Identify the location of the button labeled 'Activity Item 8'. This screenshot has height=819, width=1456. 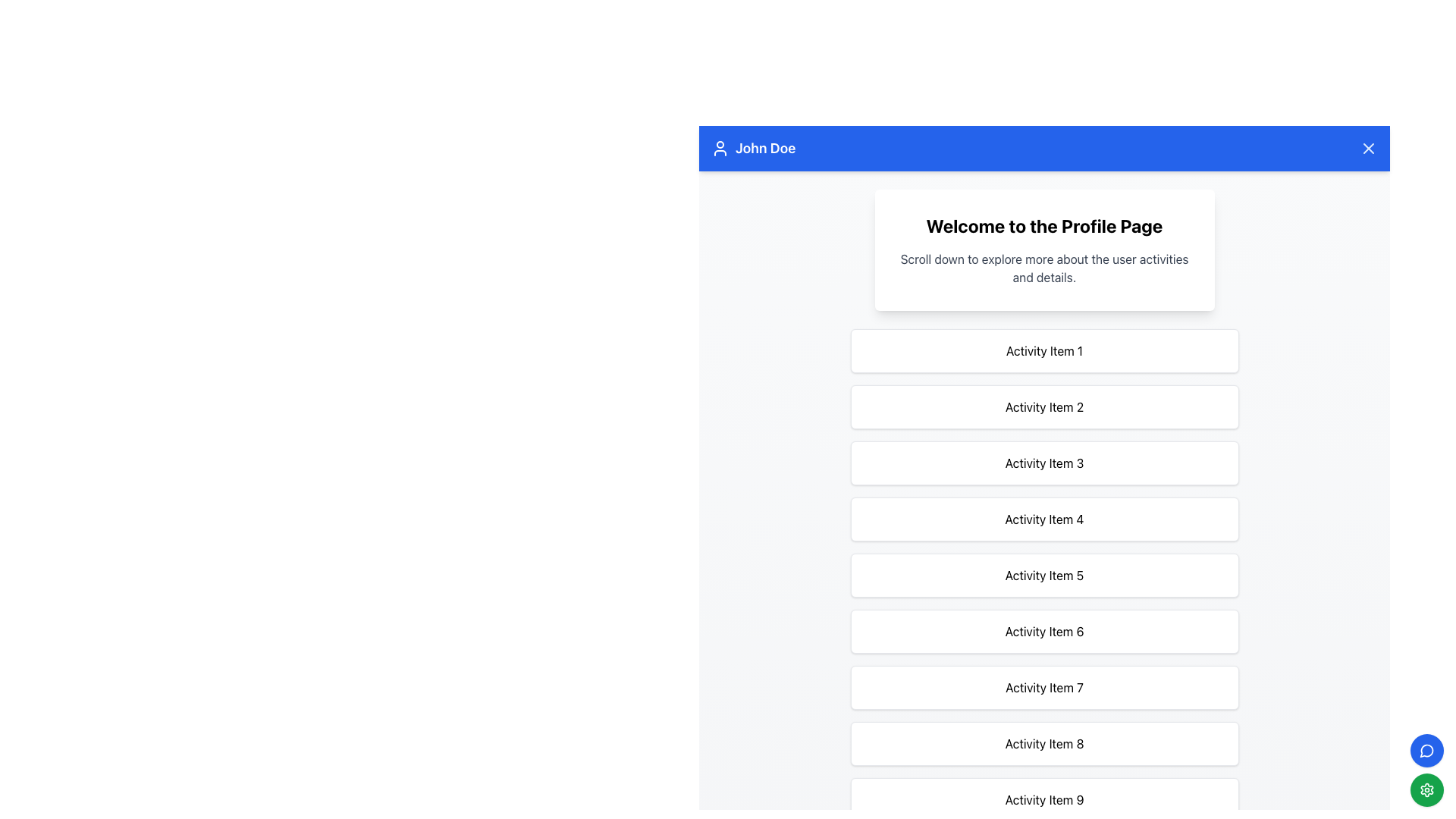
(1043, 742).